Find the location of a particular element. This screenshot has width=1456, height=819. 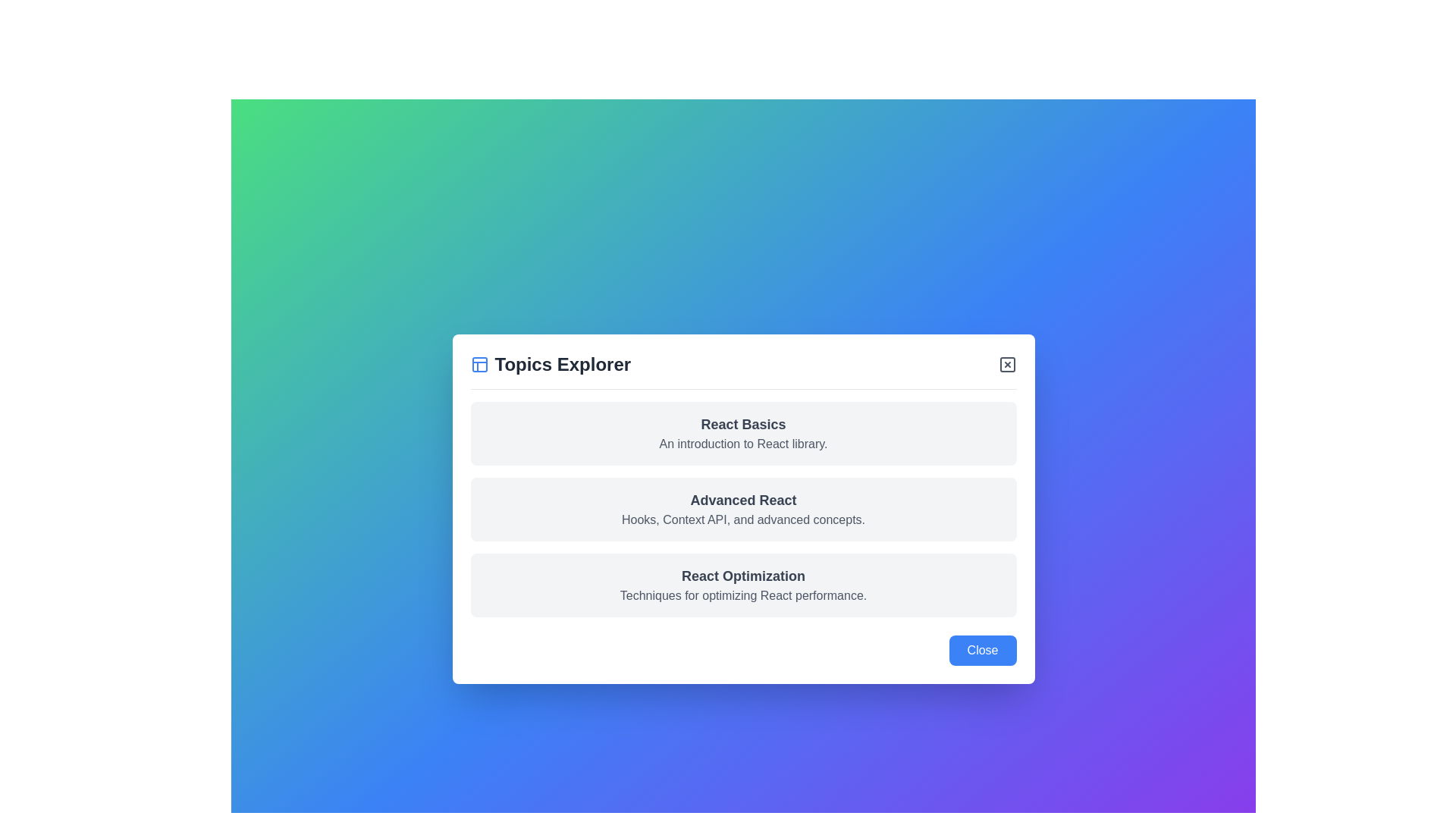

the text label reading 'Advanced React', which is styled in bold and is the main heading of the card is located at coordinates (743, 500).